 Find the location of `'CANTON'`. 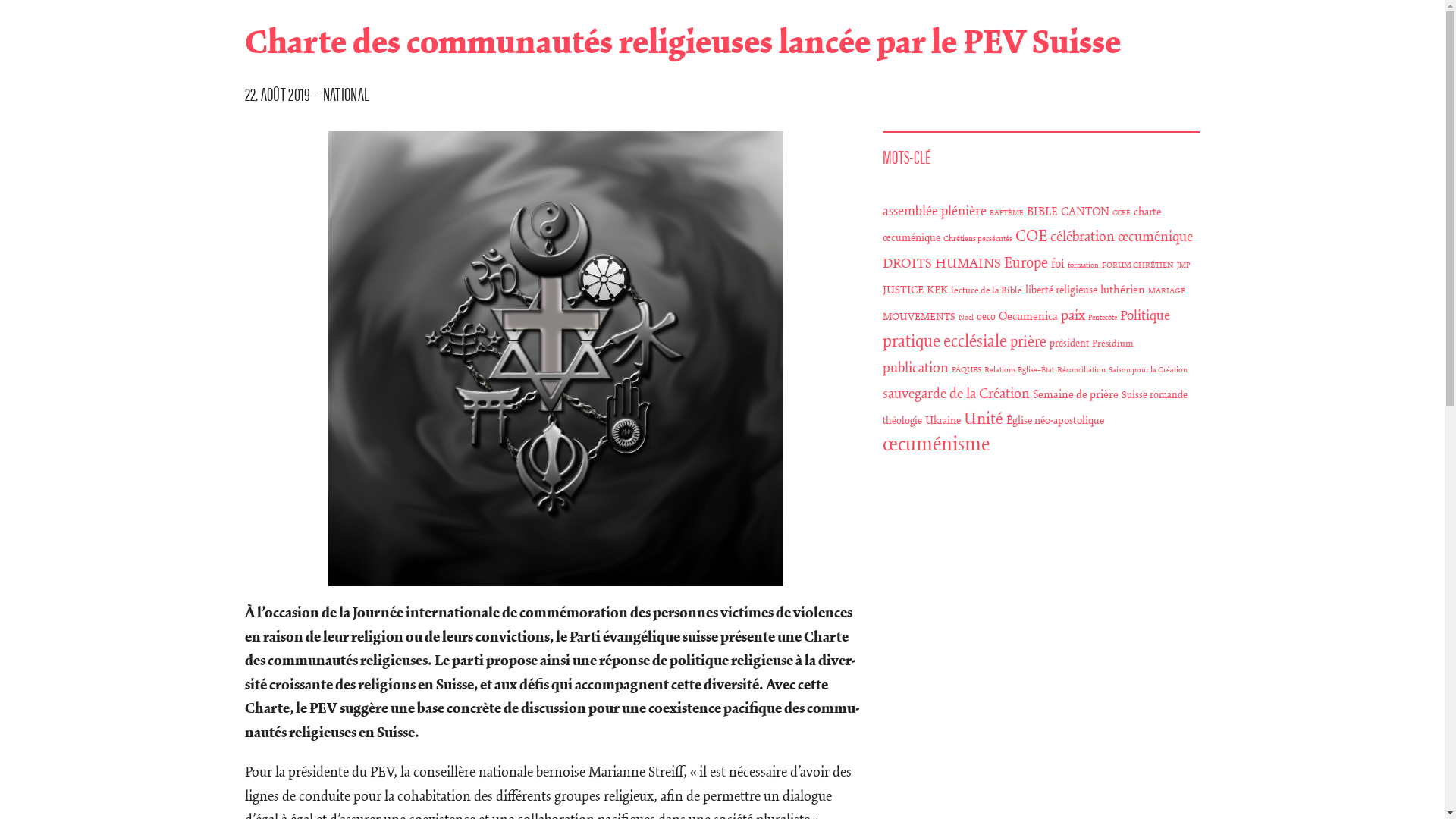

'CANTON' is located at coordinates (1059, 212).